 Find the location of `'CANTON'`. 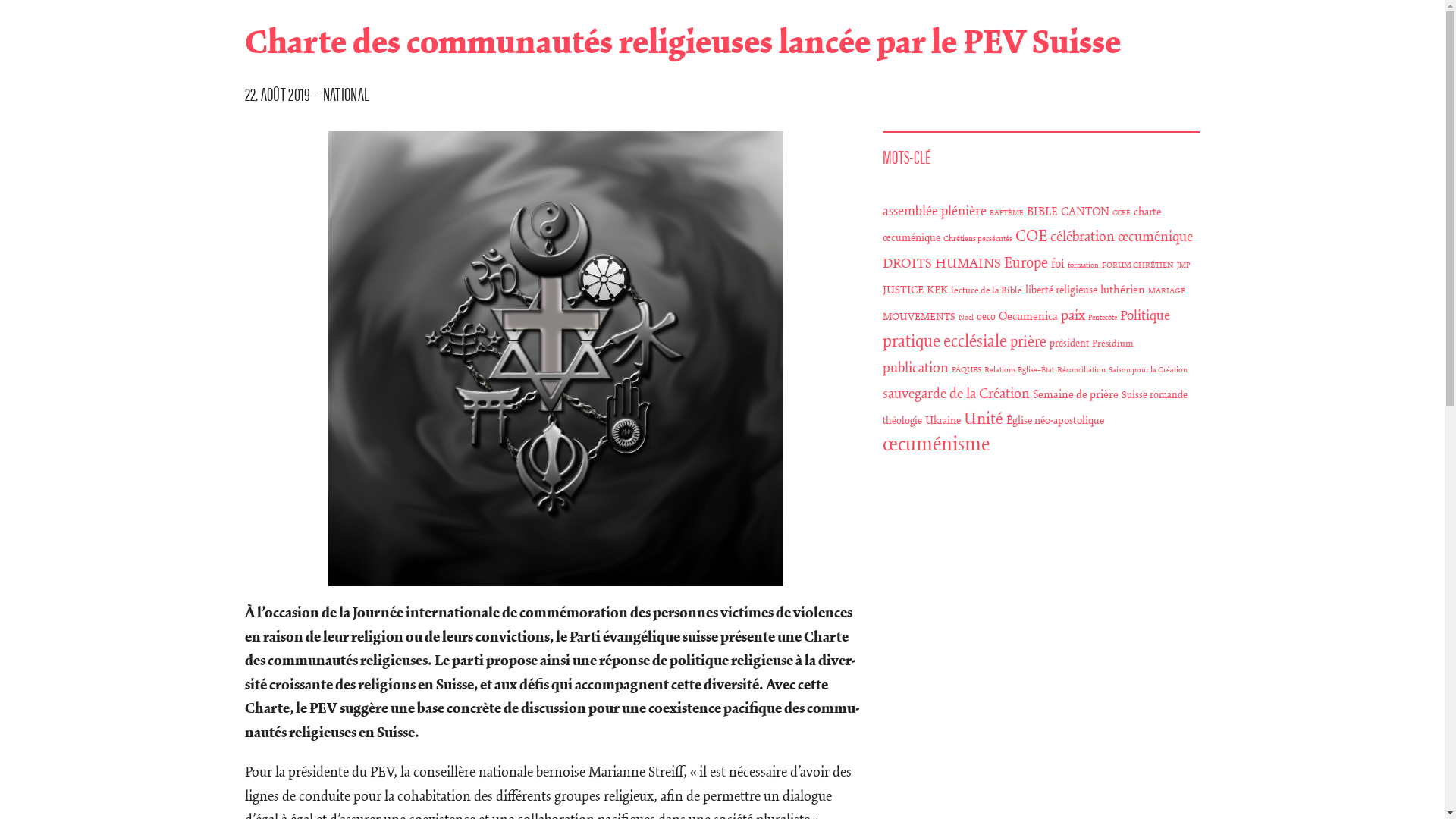

'CANTON' is located at coordinates (1059, 212).